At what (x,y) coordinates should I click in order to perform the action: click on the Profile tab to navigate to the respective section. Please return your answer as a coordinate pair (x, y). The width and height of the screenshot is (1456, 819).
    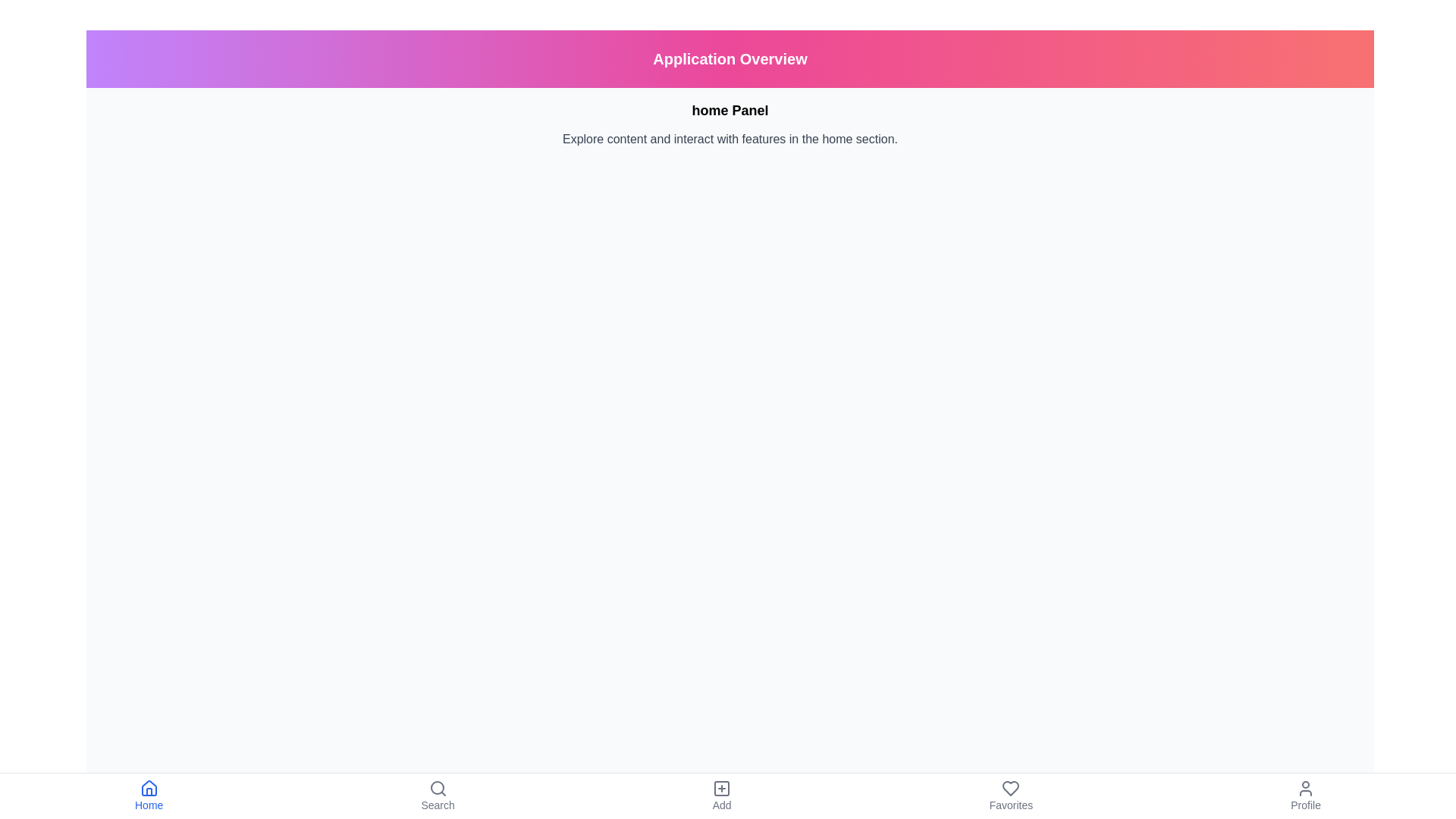
    Looking at the image, I should click on (1305, 795).